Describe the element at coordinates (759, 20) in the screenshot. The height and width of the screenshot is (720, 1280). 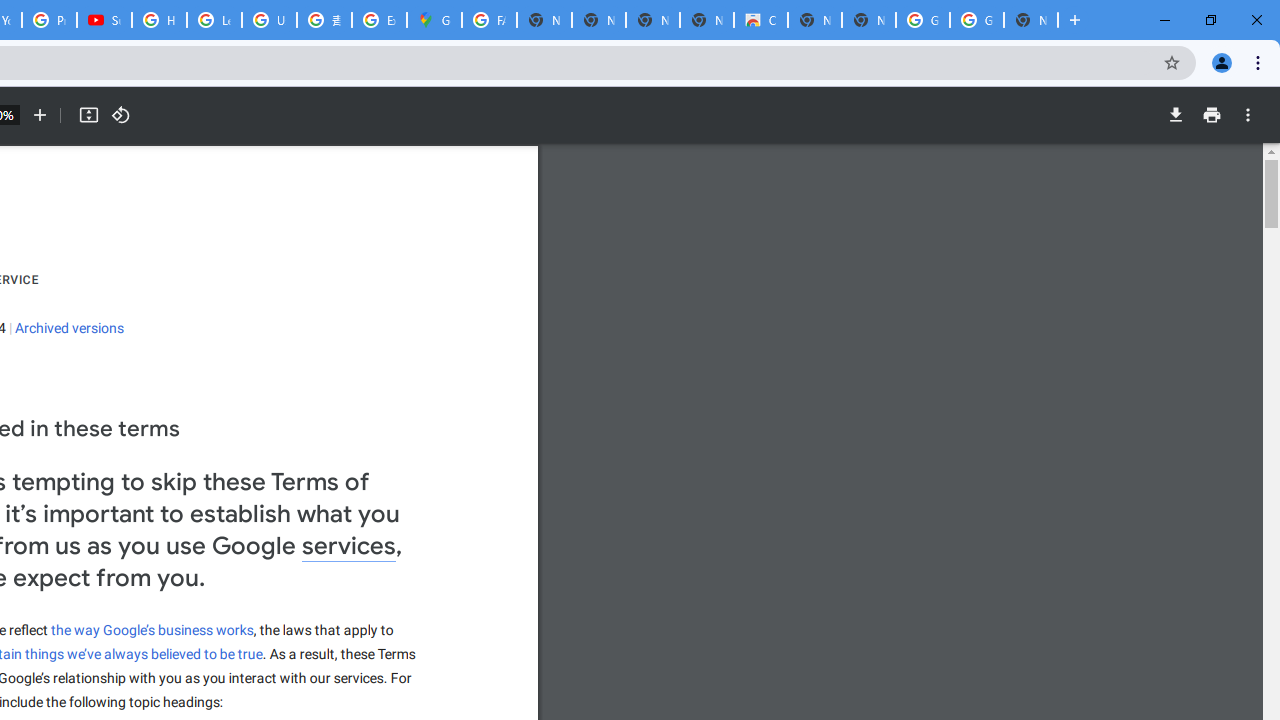
I see `'Chrome Web Store'` at that location.